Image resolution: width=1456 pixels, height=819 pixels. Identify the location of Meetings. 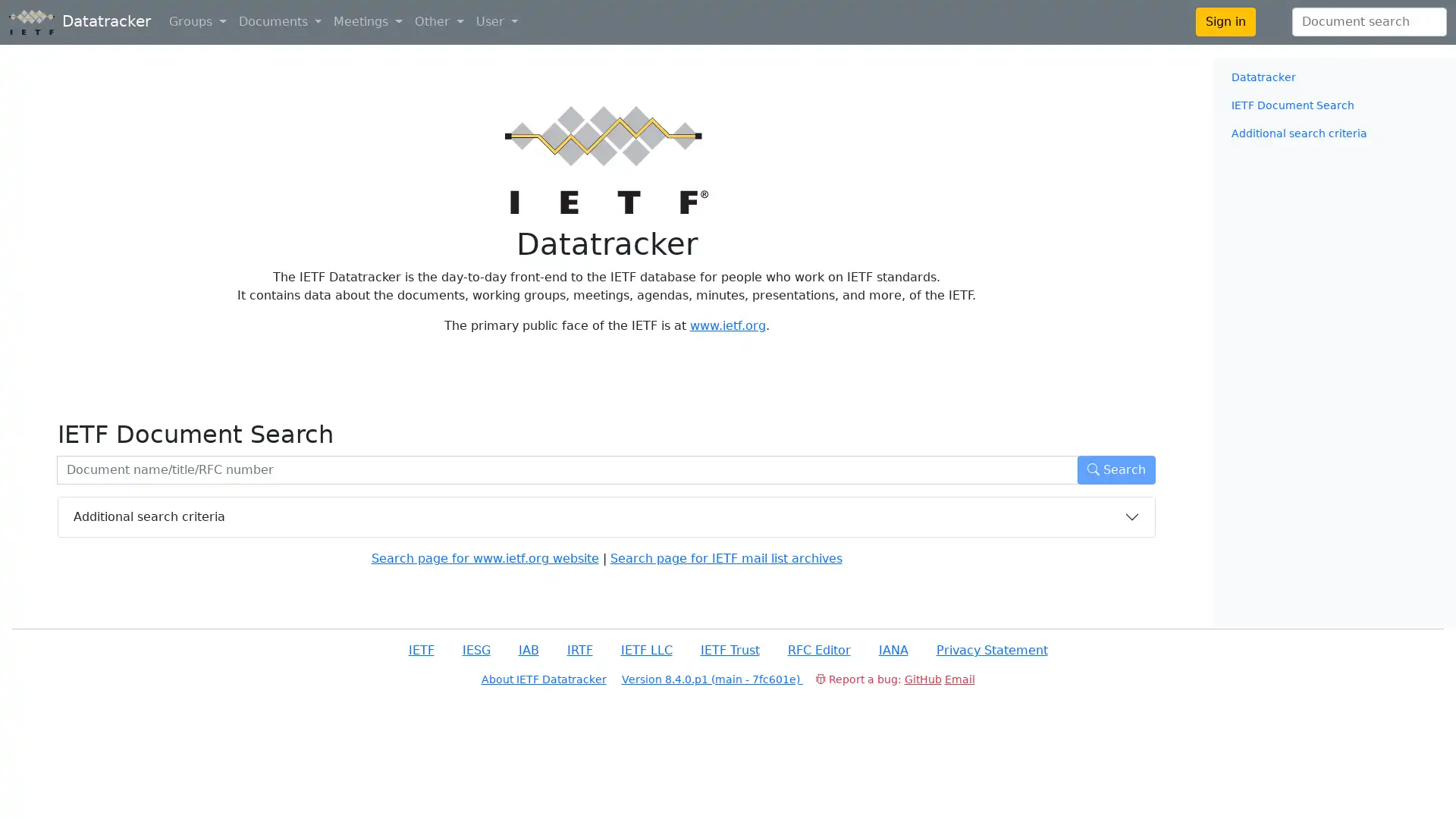
(368, 22).